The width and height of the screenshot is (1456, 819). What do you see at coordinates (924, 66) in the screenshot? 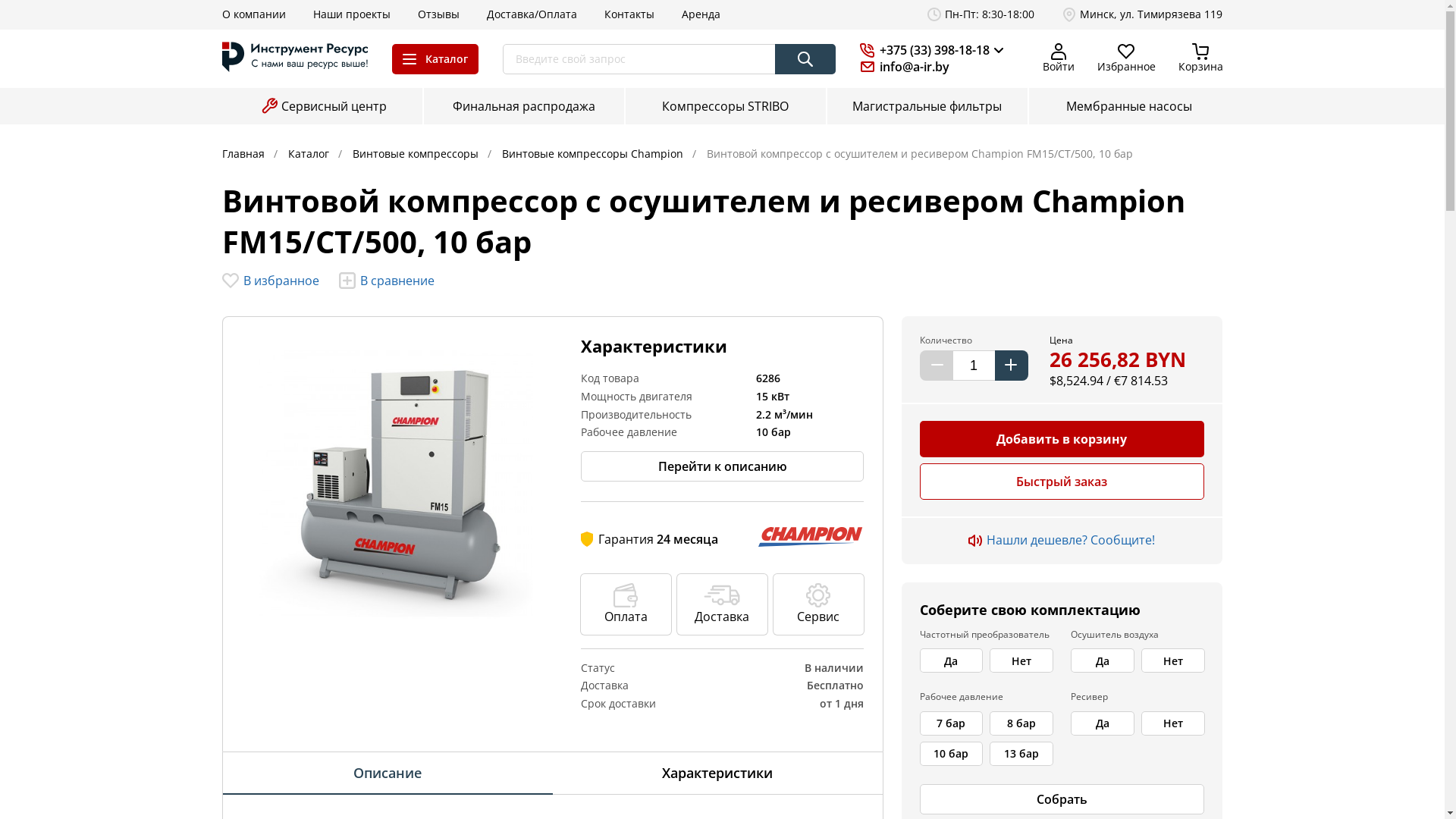
I see `'info@a-ir.by'` at bounding box center [924, 66].